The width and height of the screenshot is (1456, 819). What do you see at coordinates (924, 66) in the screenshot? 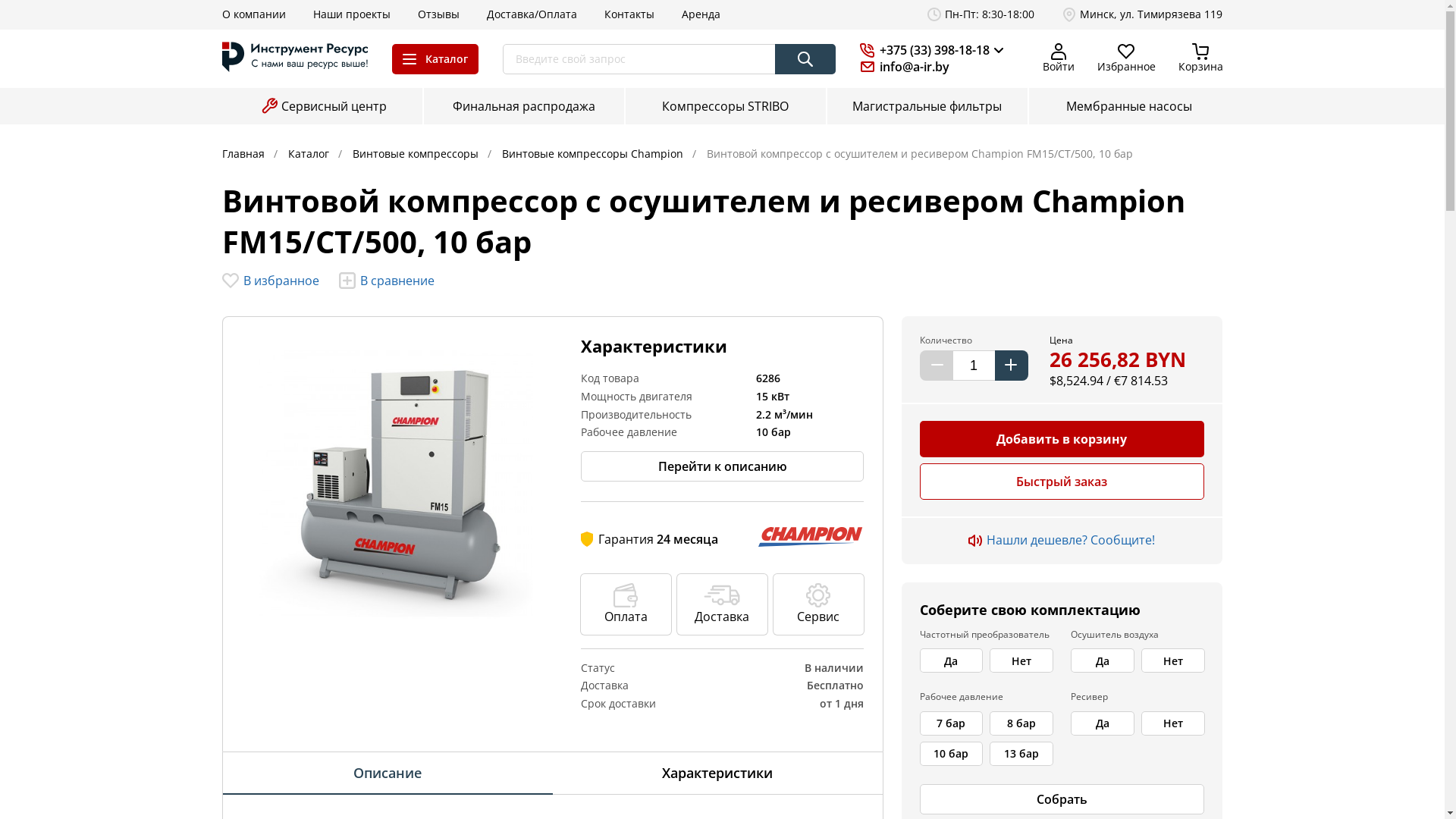
I see `'info@a-ir.by'` at bounding box center [924, 66].